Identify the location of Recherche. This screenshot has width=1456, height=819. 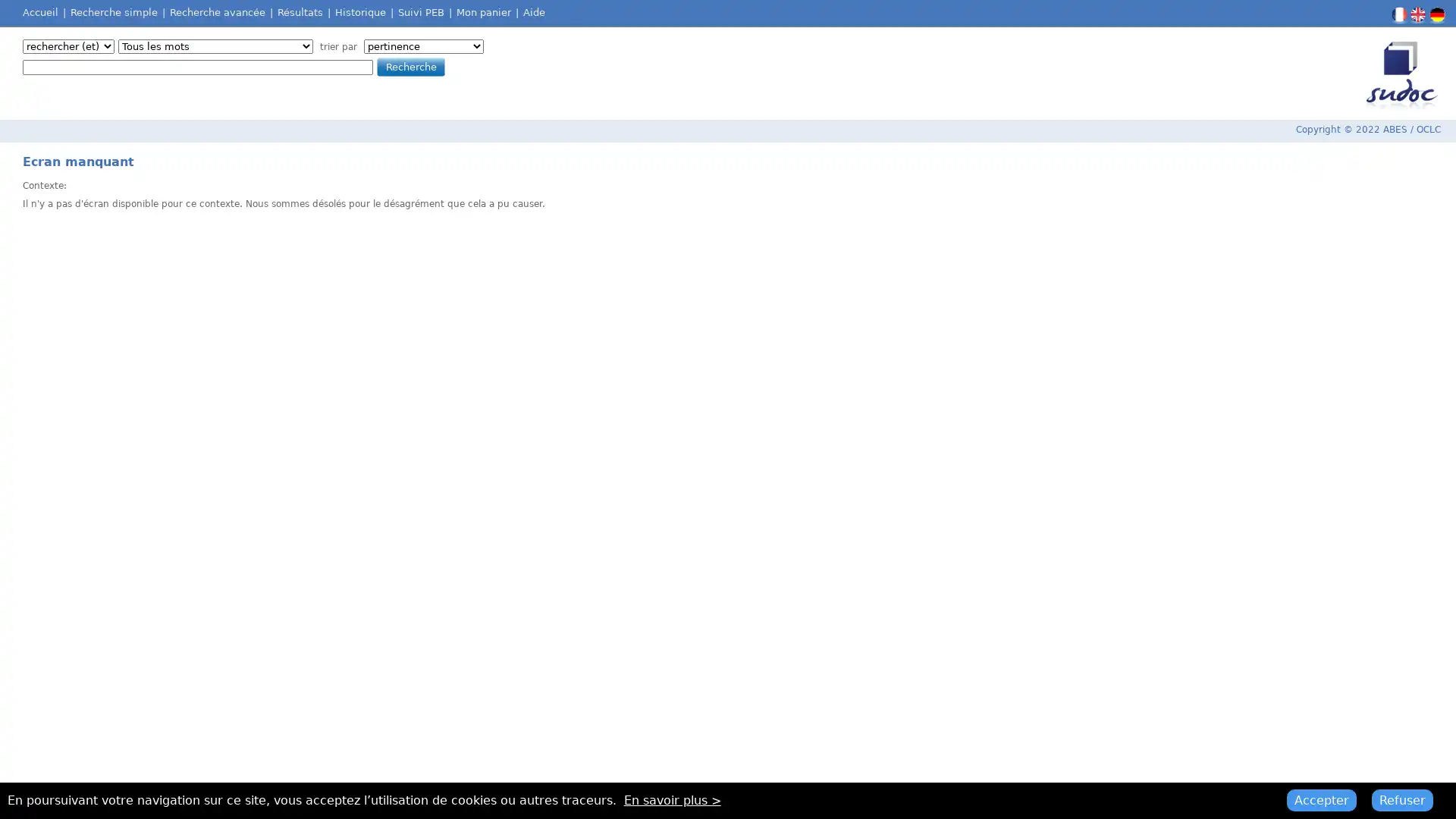
(411, 66).